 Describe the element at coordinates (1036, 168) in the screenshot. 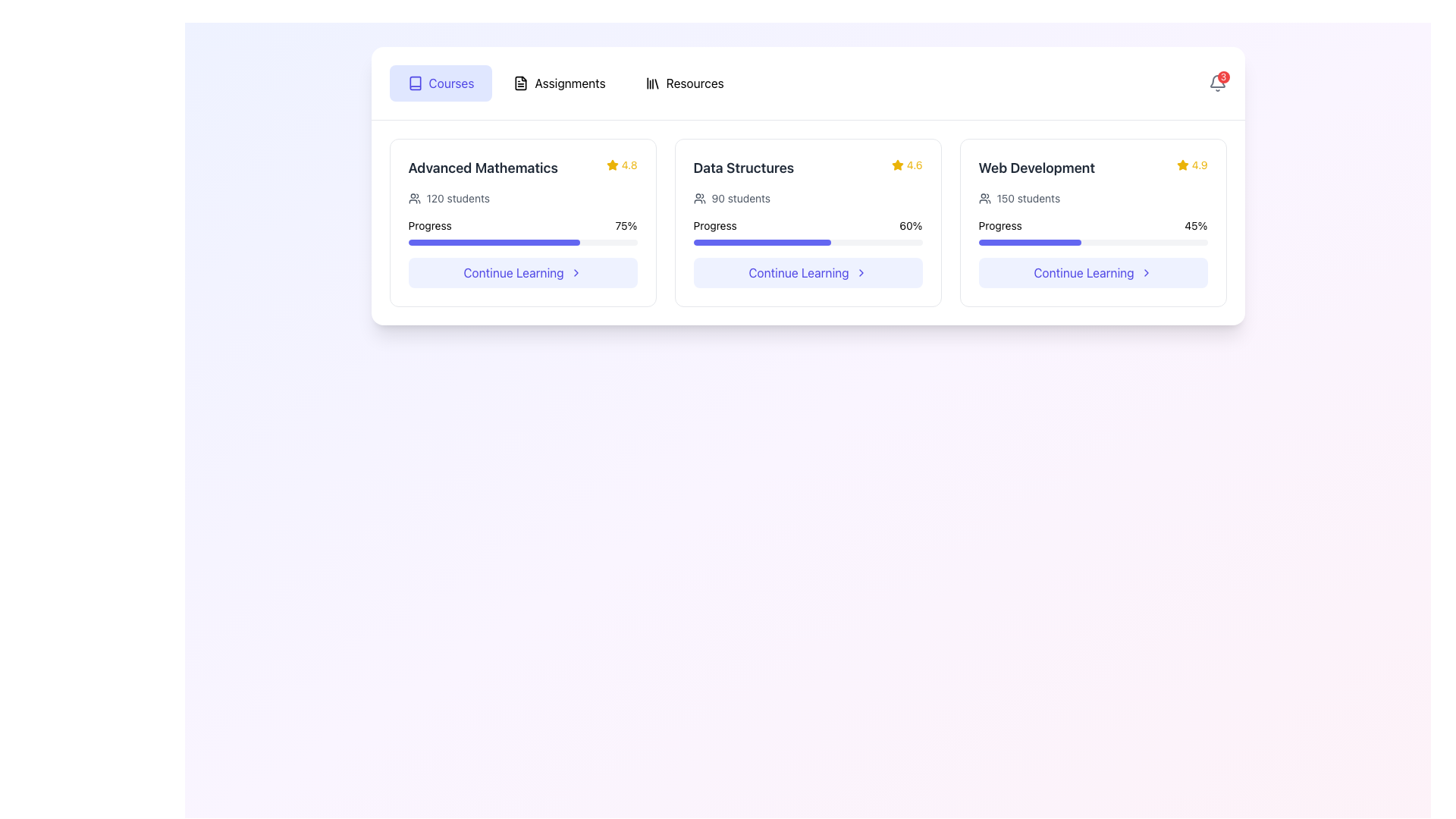

I see `the 'Web Development' text label, which is styled in bold with a larger font size and dark gray color, located in the top-right corner of the rightmost card in a grid of three cards` at that location.